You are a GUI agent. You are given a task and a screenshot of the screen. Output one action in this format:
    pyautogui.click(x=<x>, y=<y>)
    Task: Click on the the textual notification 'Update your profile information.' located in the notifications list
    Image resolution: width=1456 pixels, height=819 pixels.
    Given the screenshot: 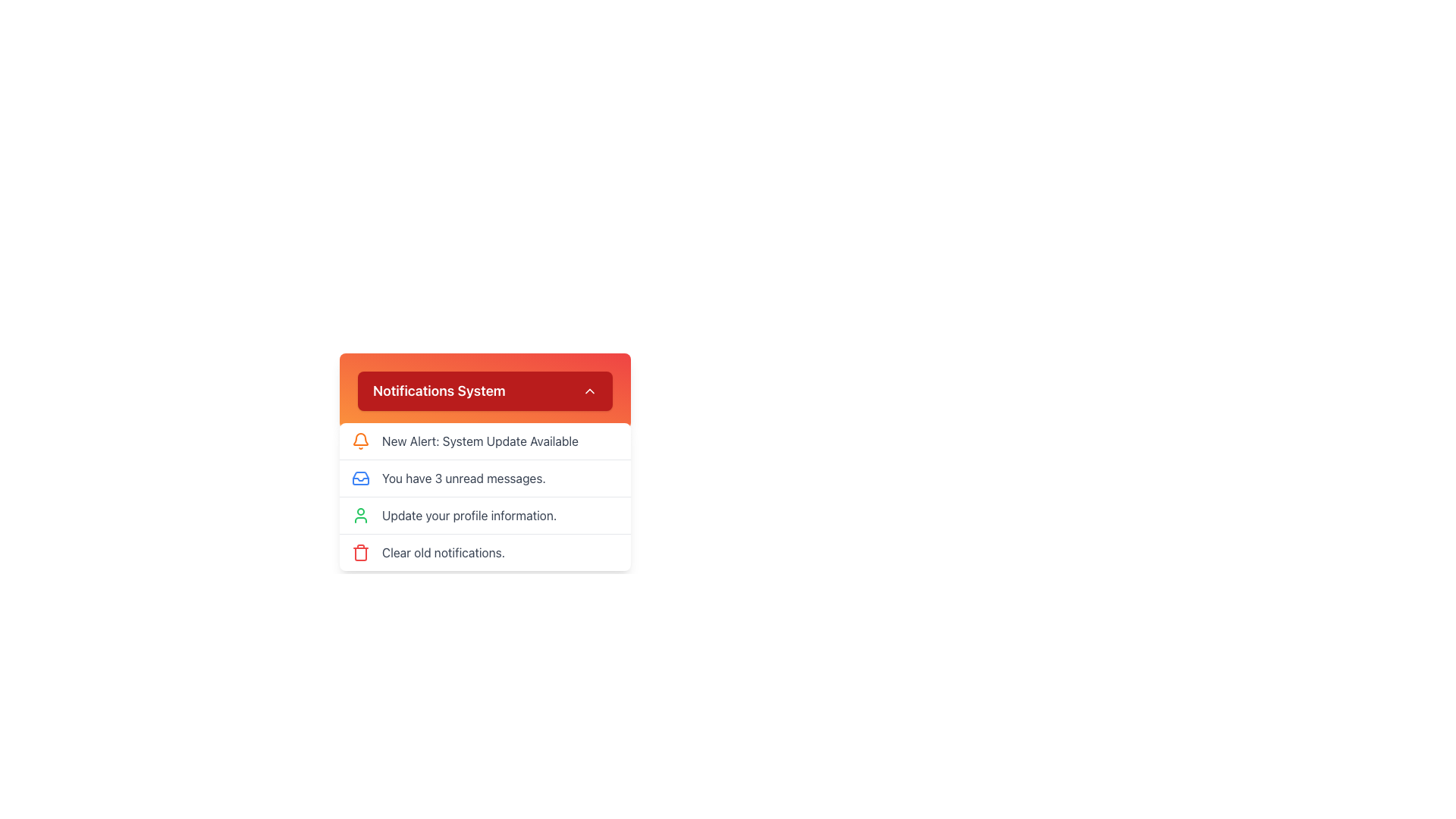 What is the action you would take?
    pyautogui.click(x=469, y=514)
    